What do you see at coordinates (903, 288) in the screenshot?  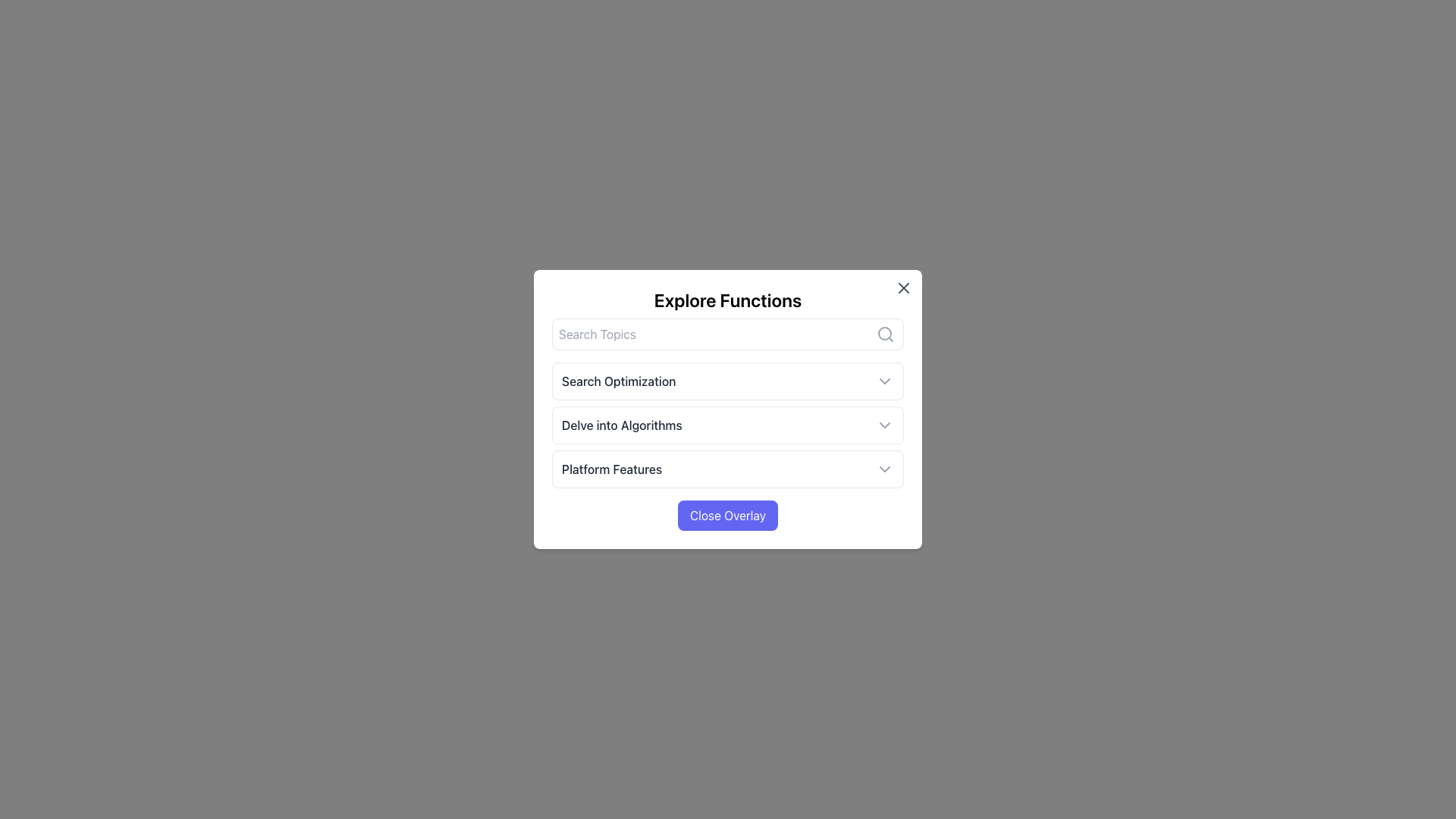 I see `the close button located at the top-right corner of the overlay interface for visual feedback` at bounding box center [903, 288].